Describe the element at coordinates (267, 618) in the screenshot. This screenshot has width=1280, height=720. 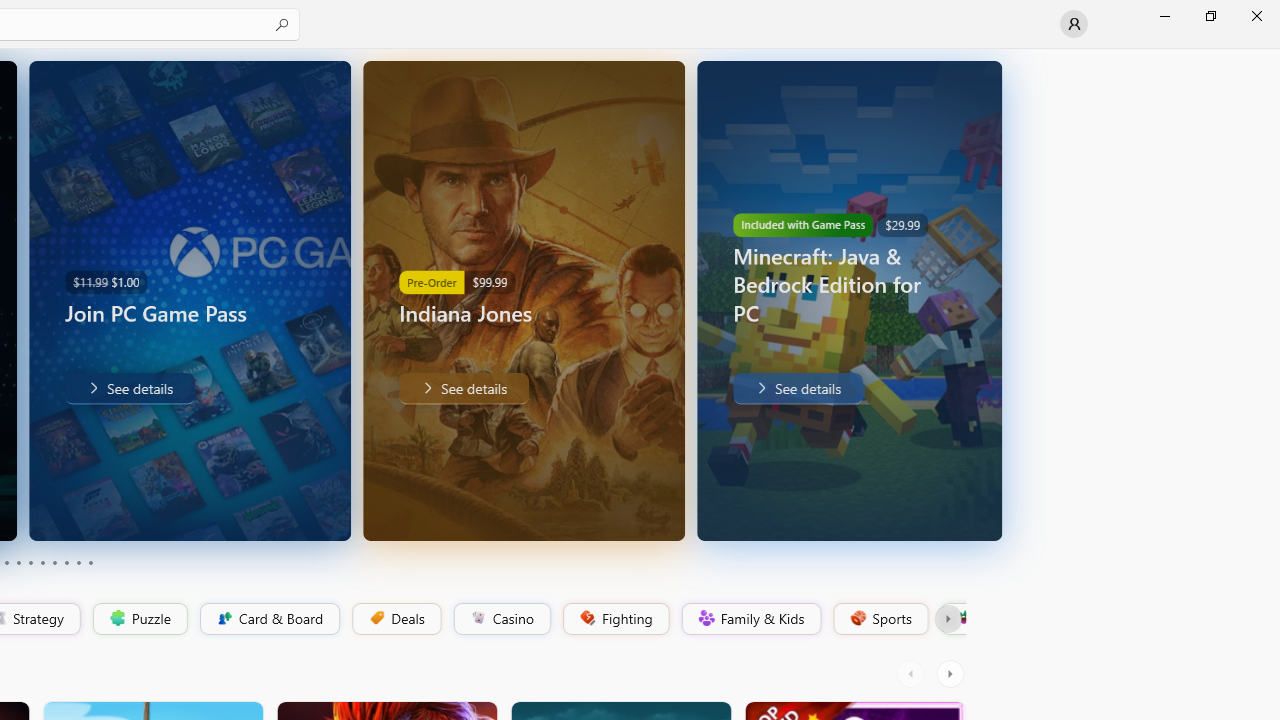
I see `'Card & Board'` at that location.